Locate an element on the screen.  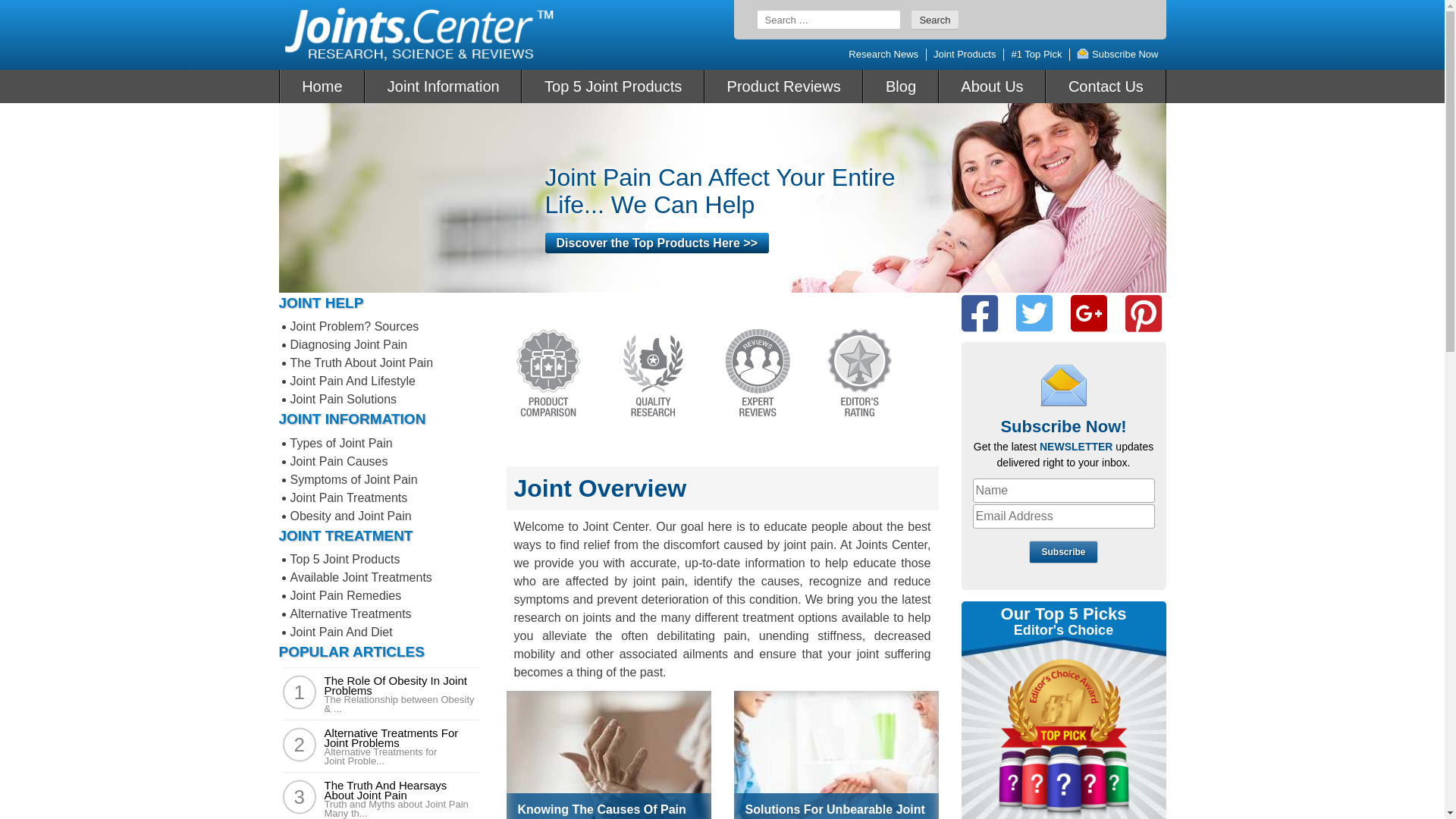
'Joint Pain Causes' is located at coordinates (337, 460).